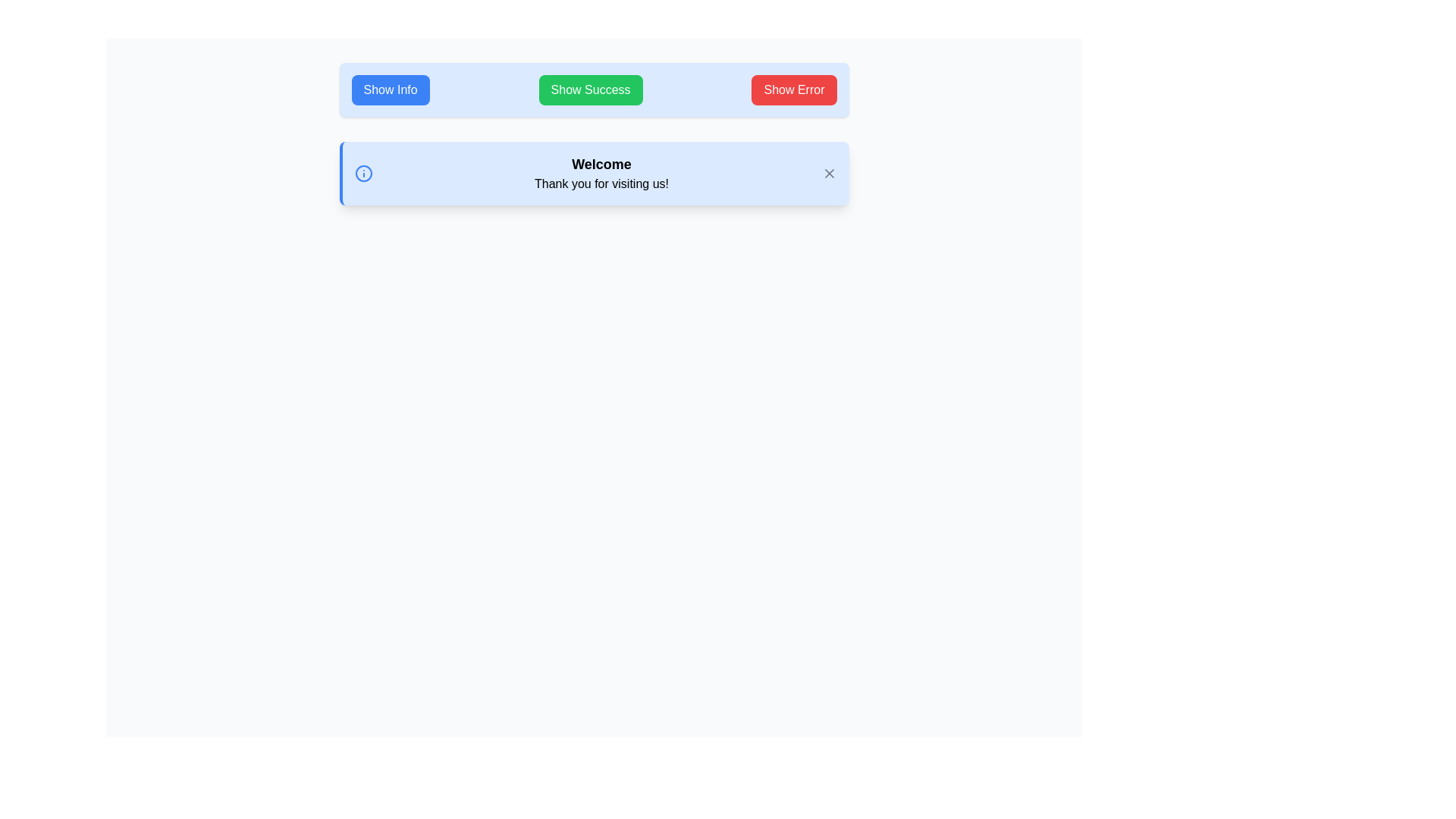 This screenshot has height=819, width=1456. What do you see at coordinates (590, 90) in the screenshot?
I see `the rectangular button with a green background and white text reading 'Show Success'` at bounding box center [590, 90].